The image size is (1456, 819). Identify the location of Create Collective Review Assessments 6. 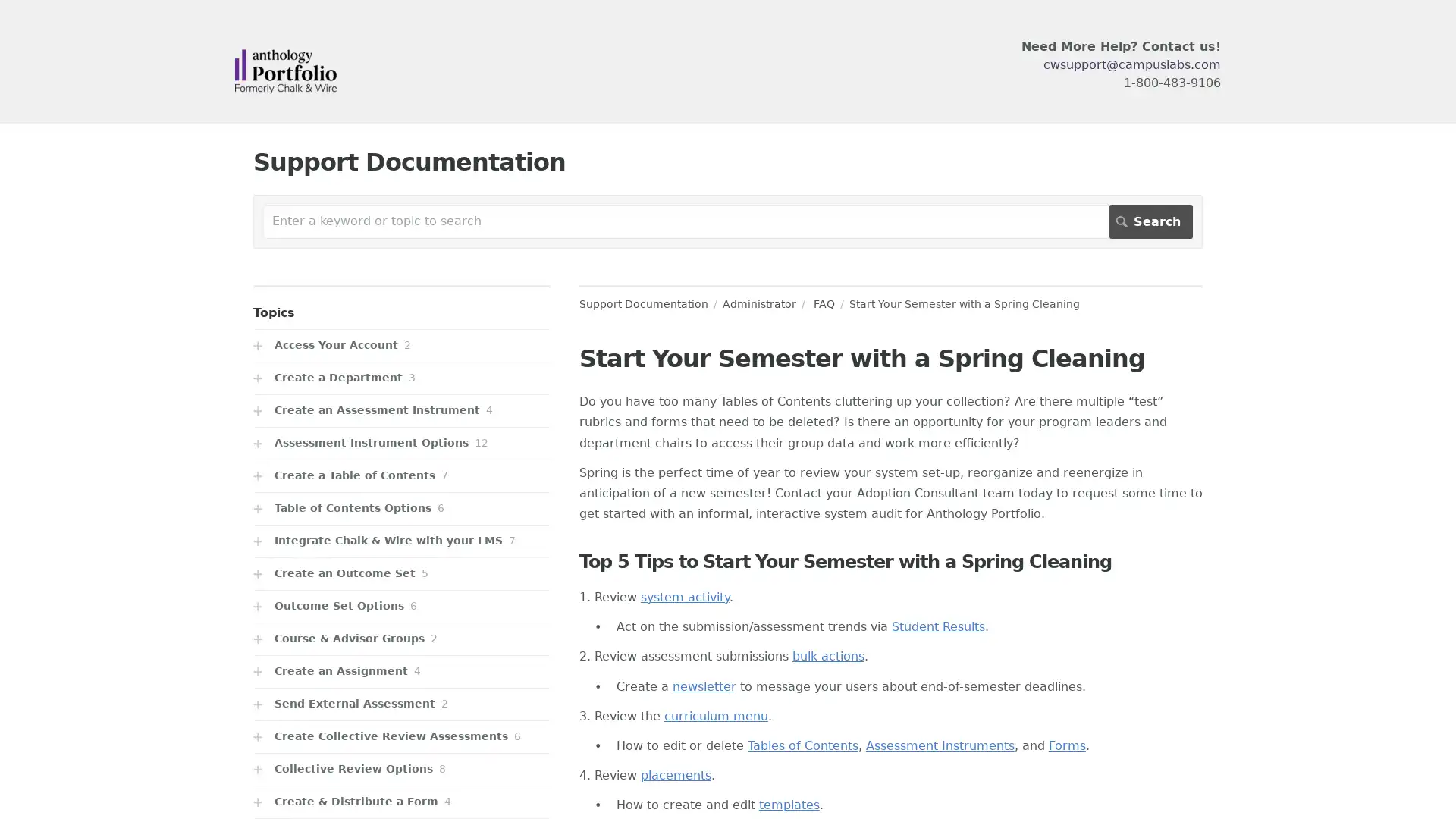
(401, 736).